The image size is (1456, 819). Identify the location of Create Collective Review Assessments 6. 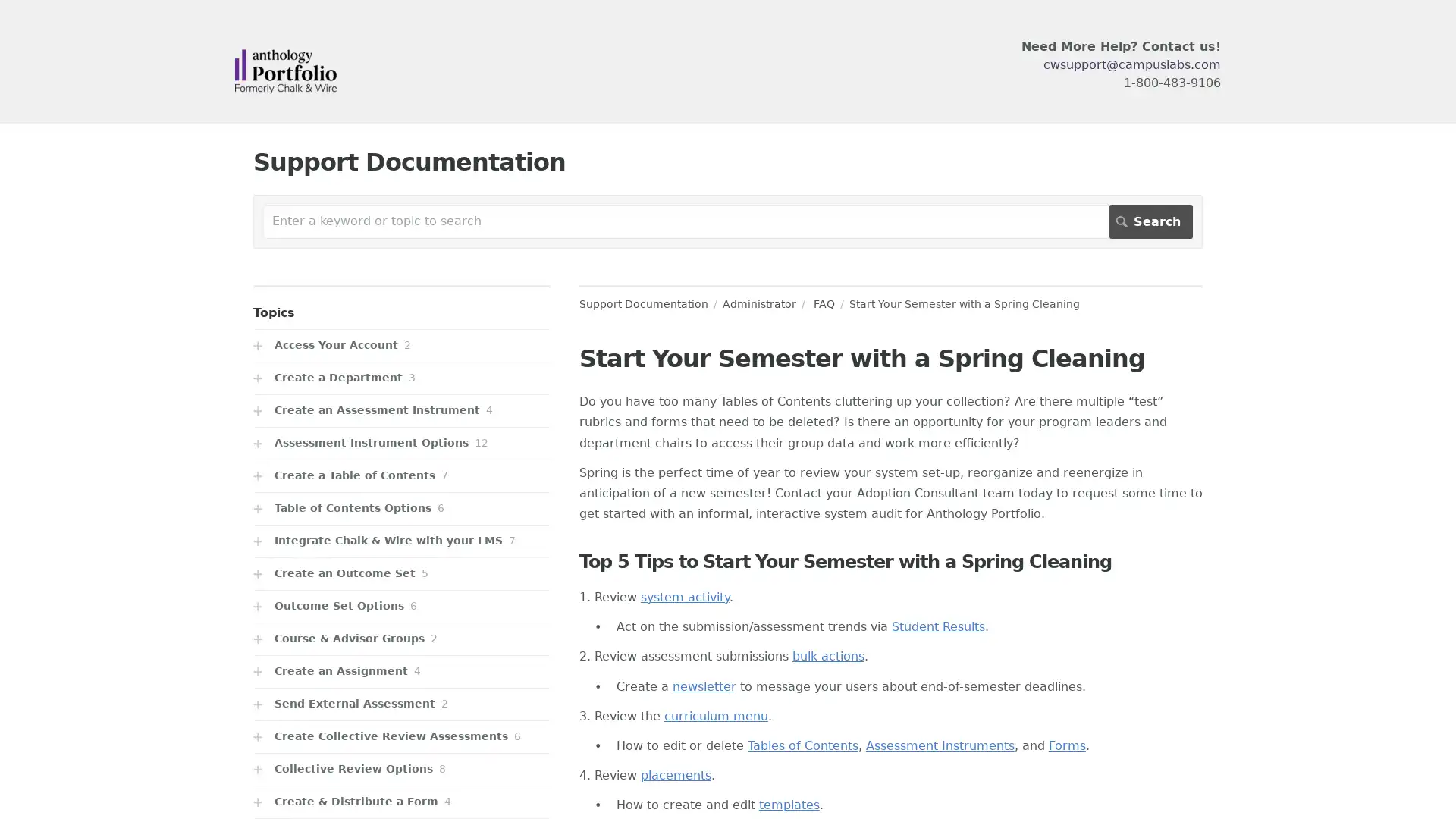
(401, 736).